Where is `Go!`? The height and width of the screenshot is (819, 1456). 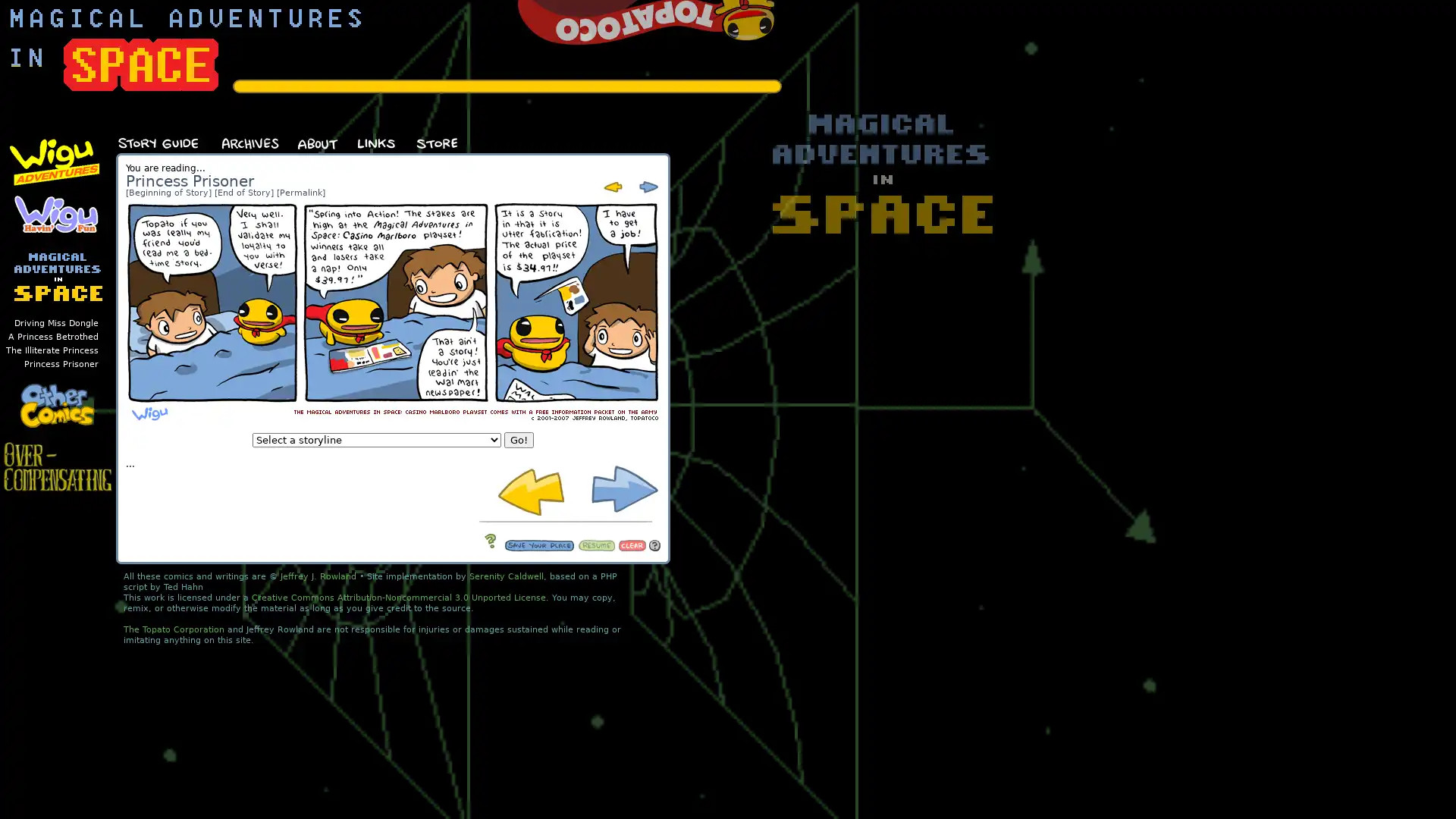
Go! is located at coordinates (519, 440).